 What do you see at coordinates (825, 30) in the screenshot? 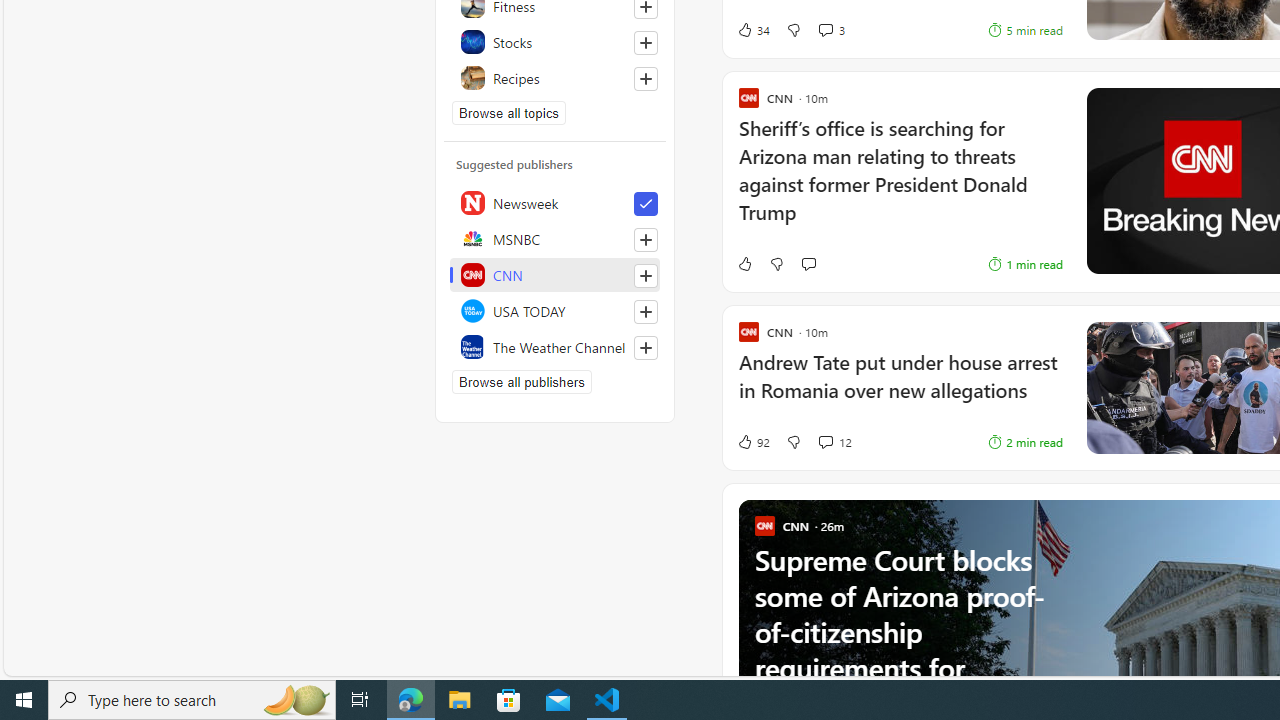
I see `'View comments 3 Comment'` at bounding box center [825, 30].